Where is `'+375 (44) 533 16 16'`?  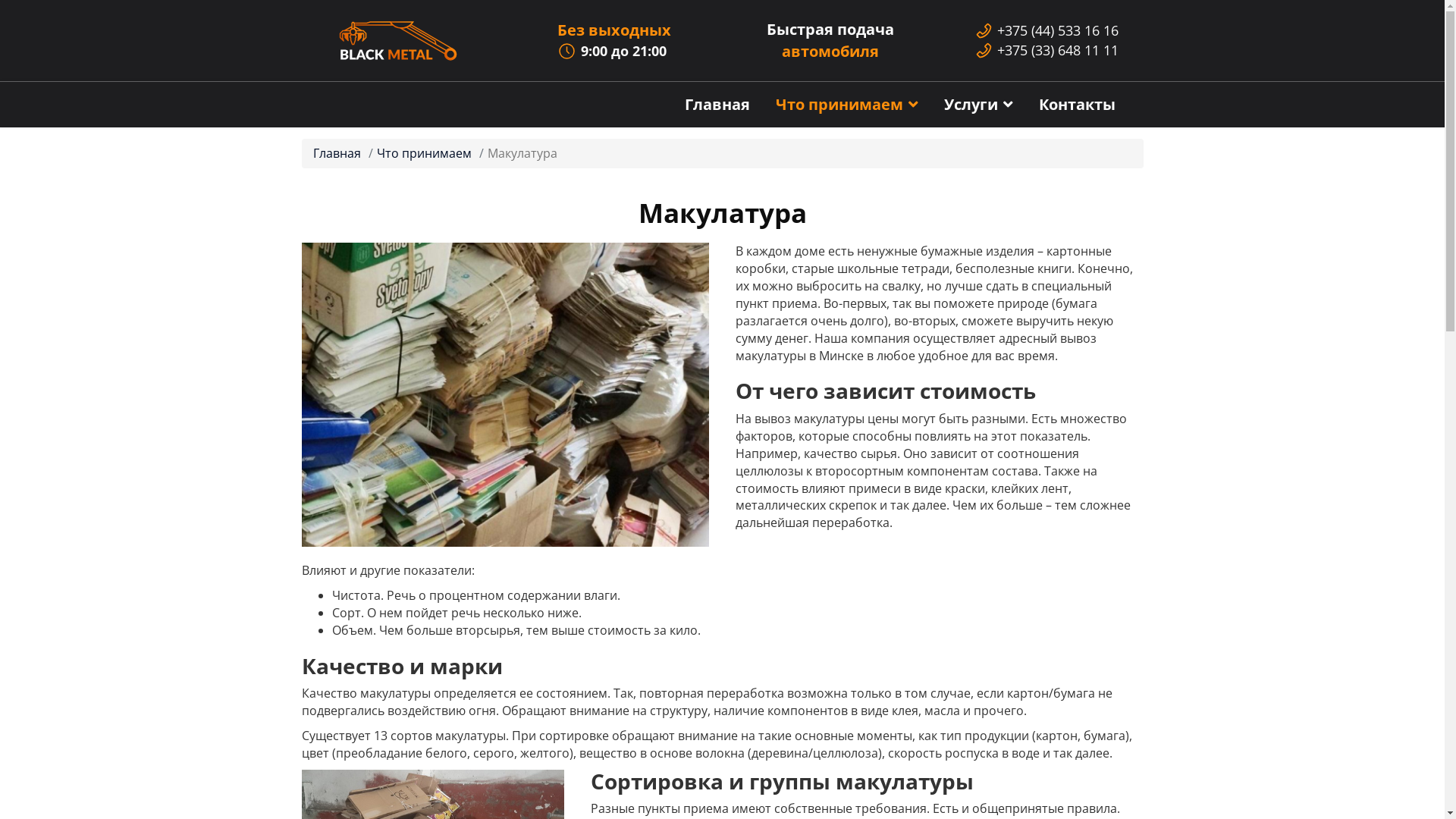
'+375 (44) 533 16 16' is located at coordinates (997, 30).